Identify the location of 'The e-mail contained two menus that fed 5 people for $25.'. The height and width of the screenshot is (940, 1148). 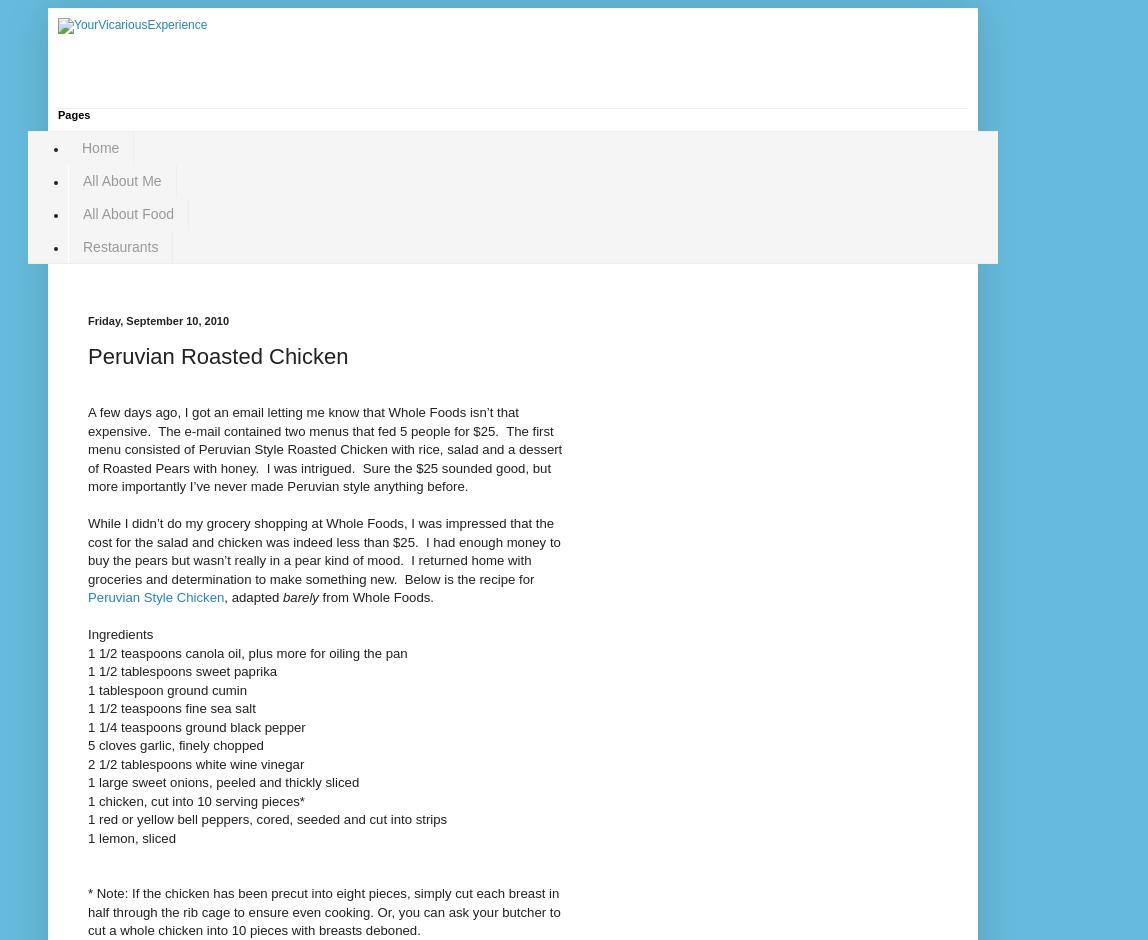
(328, 430).